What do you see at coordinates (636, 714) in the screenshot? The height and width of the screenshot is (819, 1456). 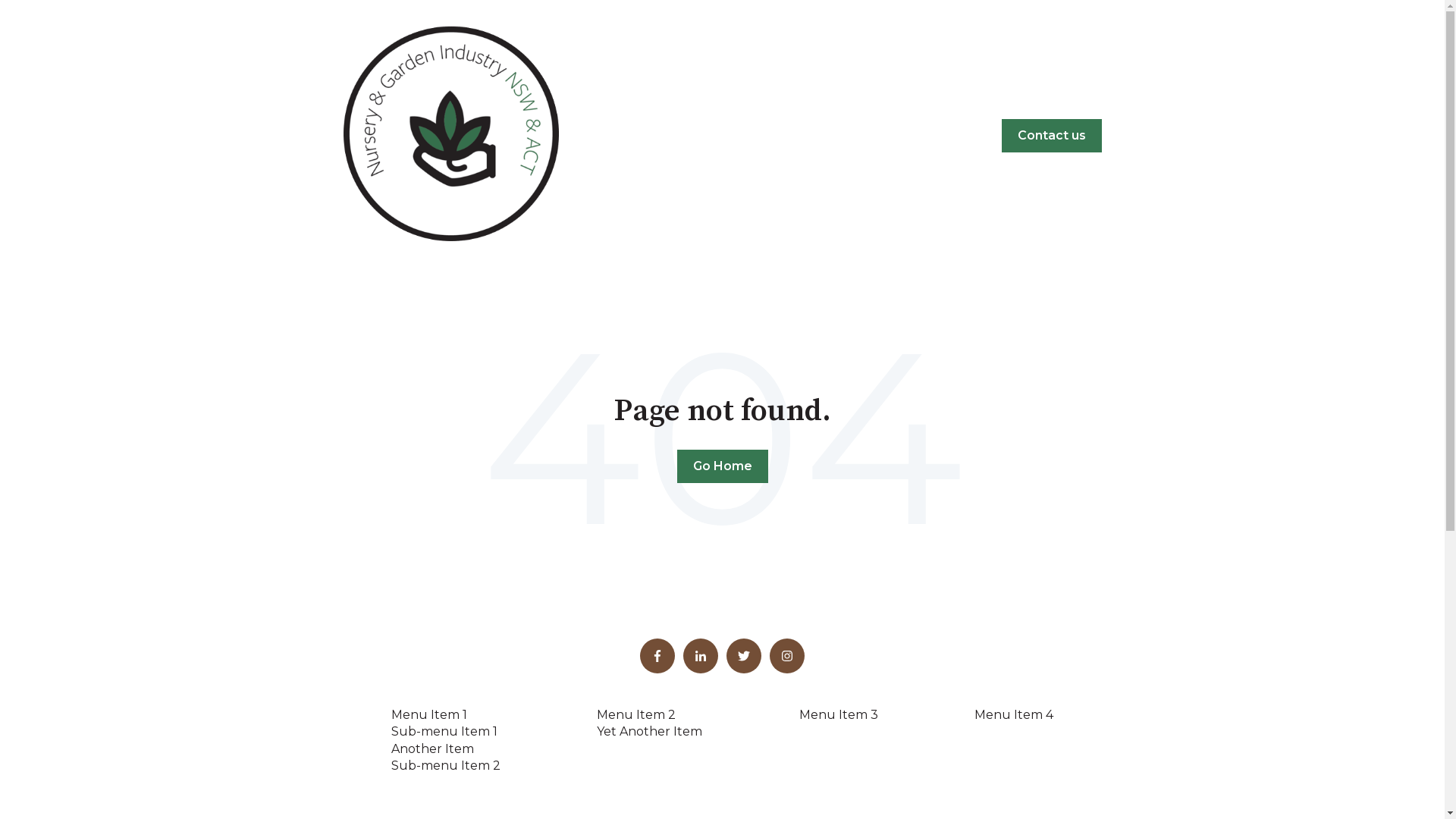 I see `'Menu Item 2'` at bounding box center [636, 714].